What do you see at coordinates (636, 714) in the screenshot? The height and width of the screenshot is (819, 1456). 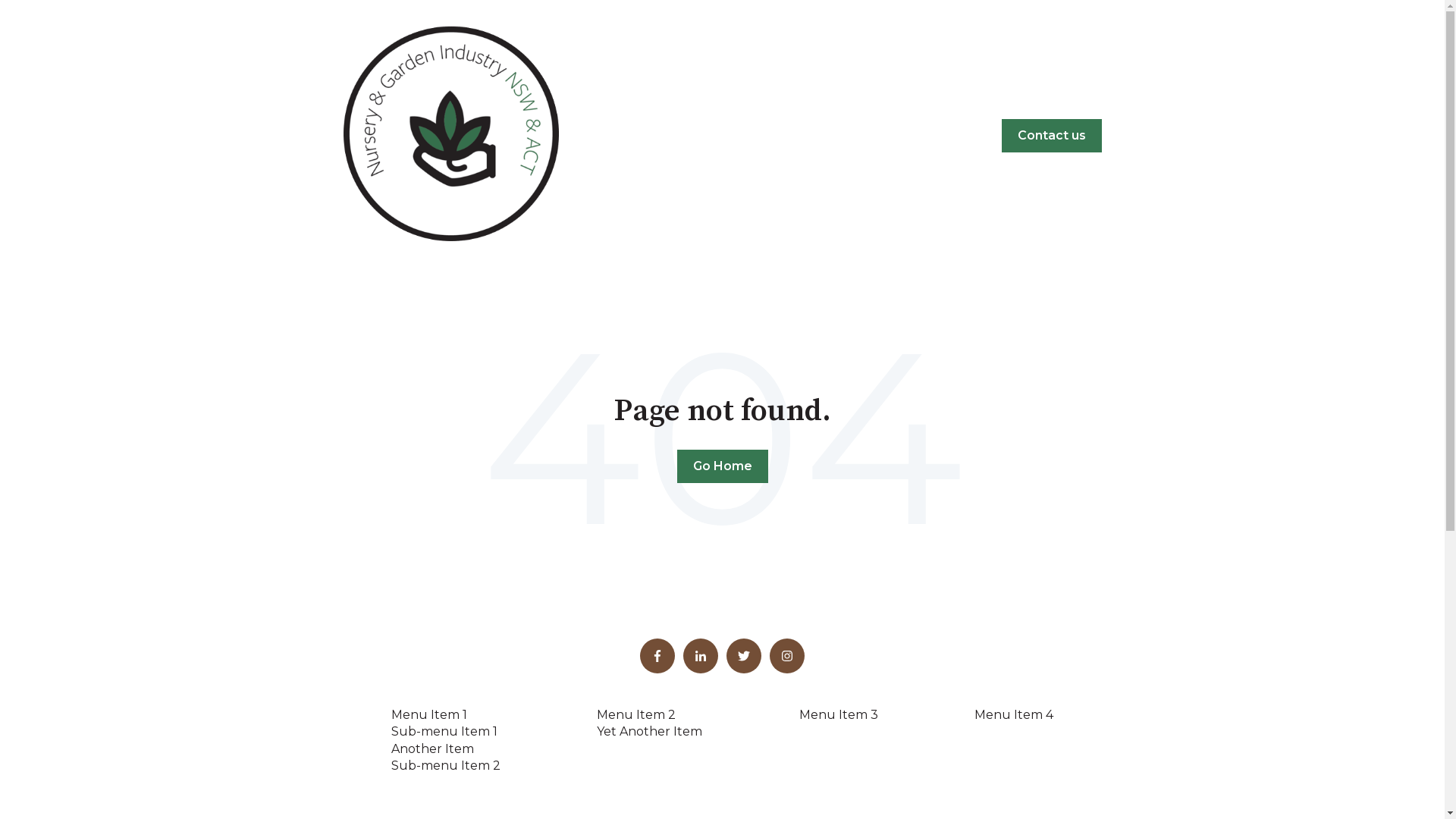 I see `'Menu Item 2'` at bounding box center [636, 714].